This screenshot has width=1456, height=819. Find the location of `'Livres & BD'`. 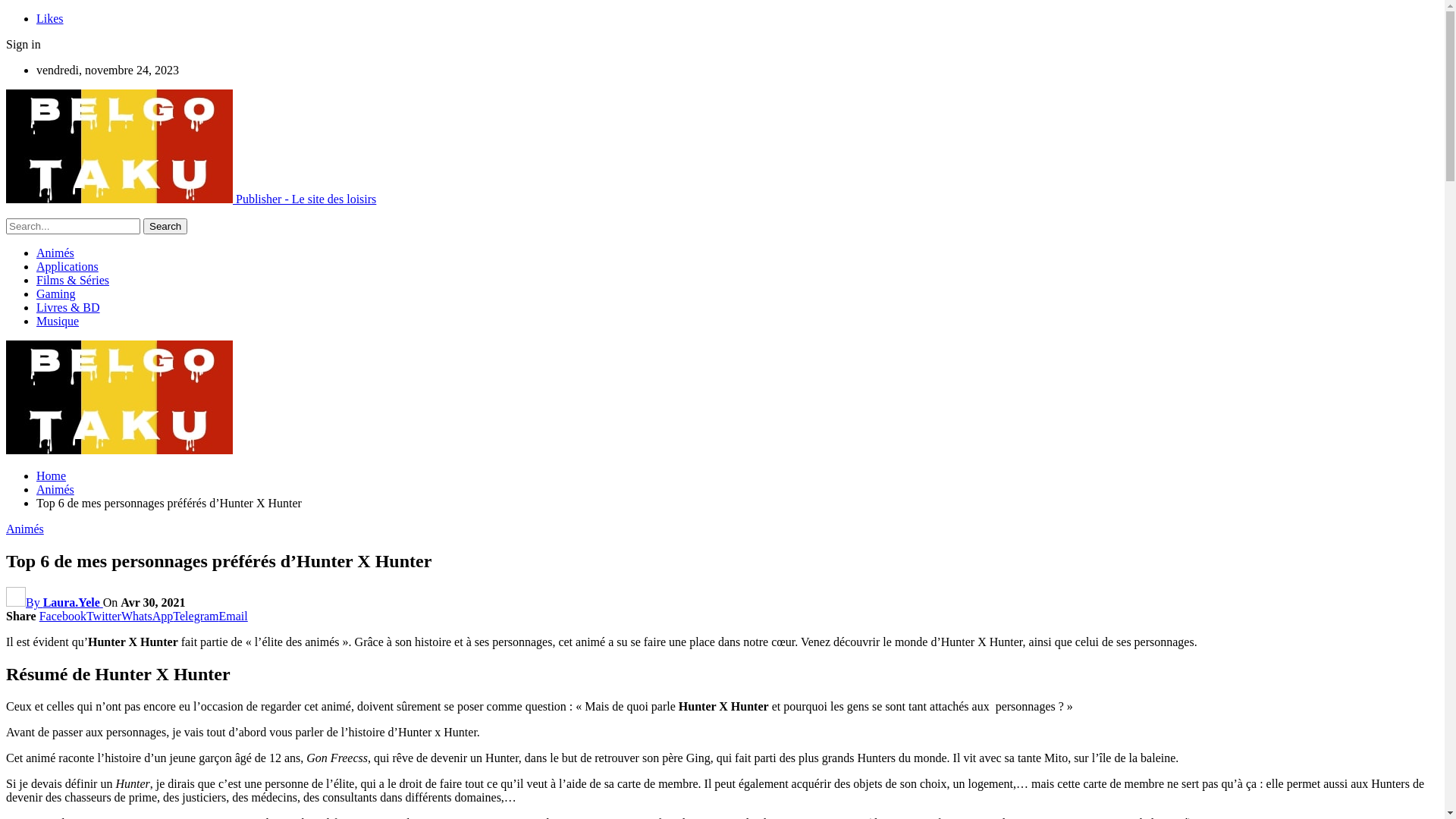

'Livres & BD' is located at coordinates (67, 307).